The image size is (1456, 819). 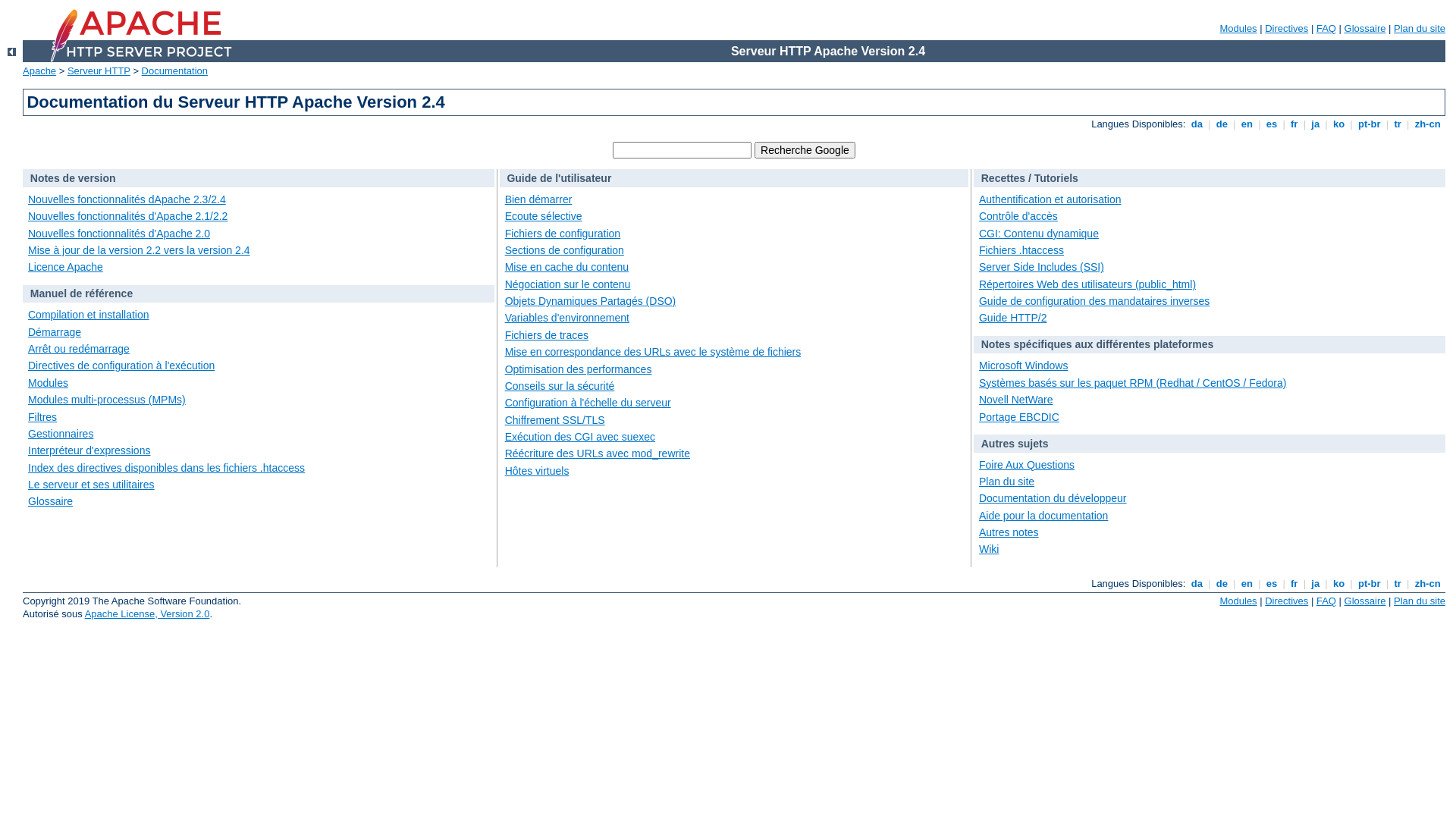 I want to click on '<-', so click(x=11, y=51).